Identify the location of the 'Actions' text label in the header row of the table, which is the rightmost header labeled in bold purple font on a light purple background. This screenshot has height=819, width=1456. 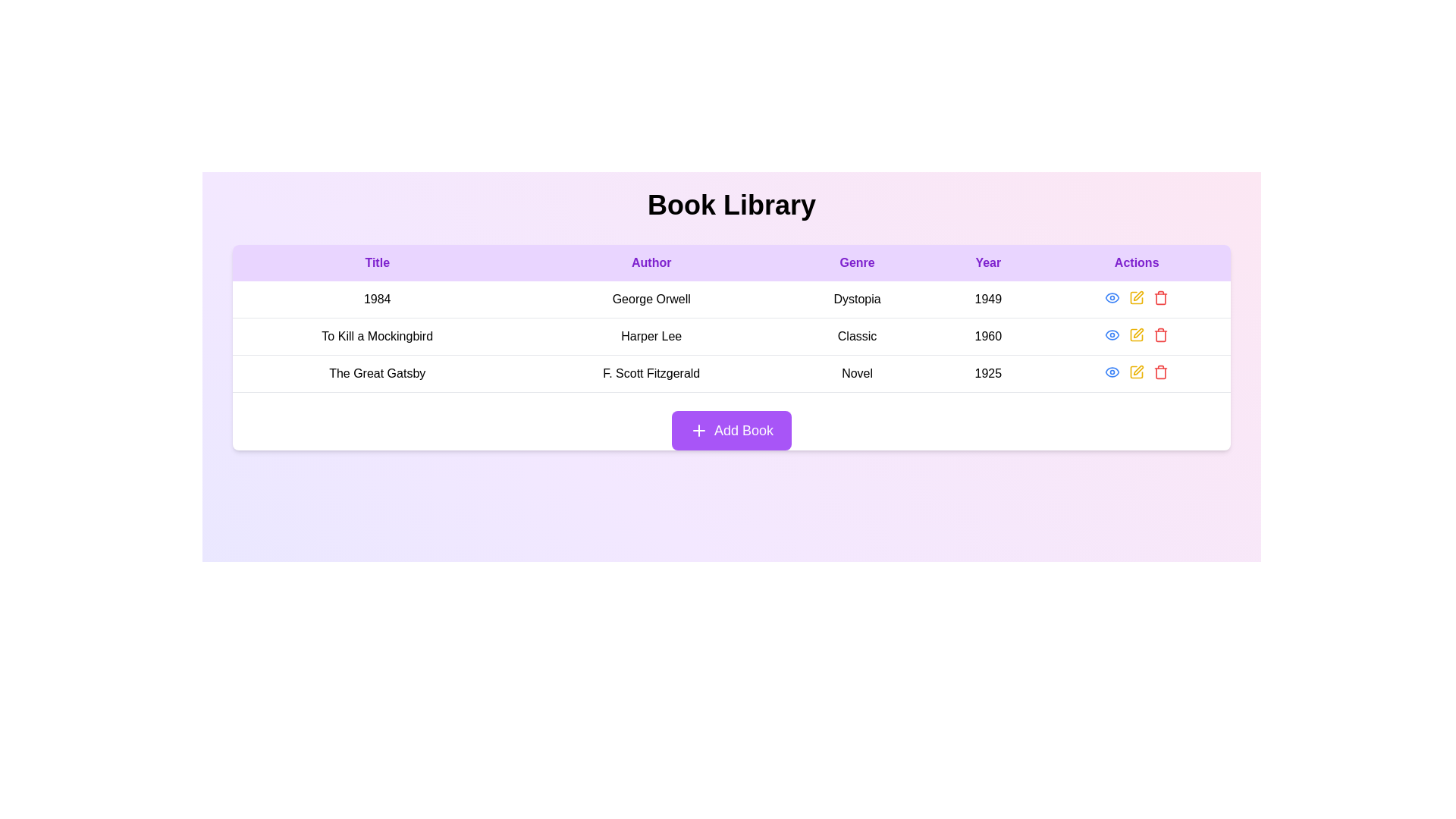
(1137, 262).